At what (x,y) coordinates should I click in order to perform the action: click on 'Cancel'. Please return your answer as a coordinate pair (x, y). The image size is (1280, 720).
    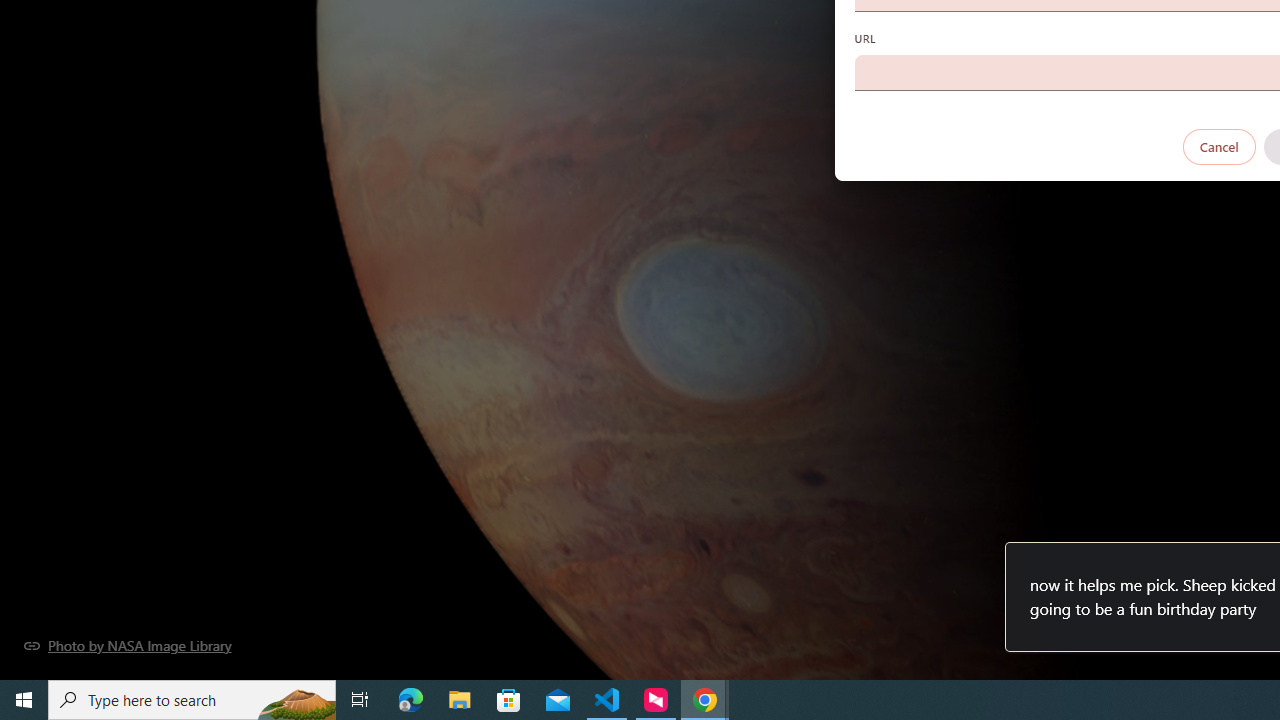
    Looking at the image, I should click on (1217, 145).